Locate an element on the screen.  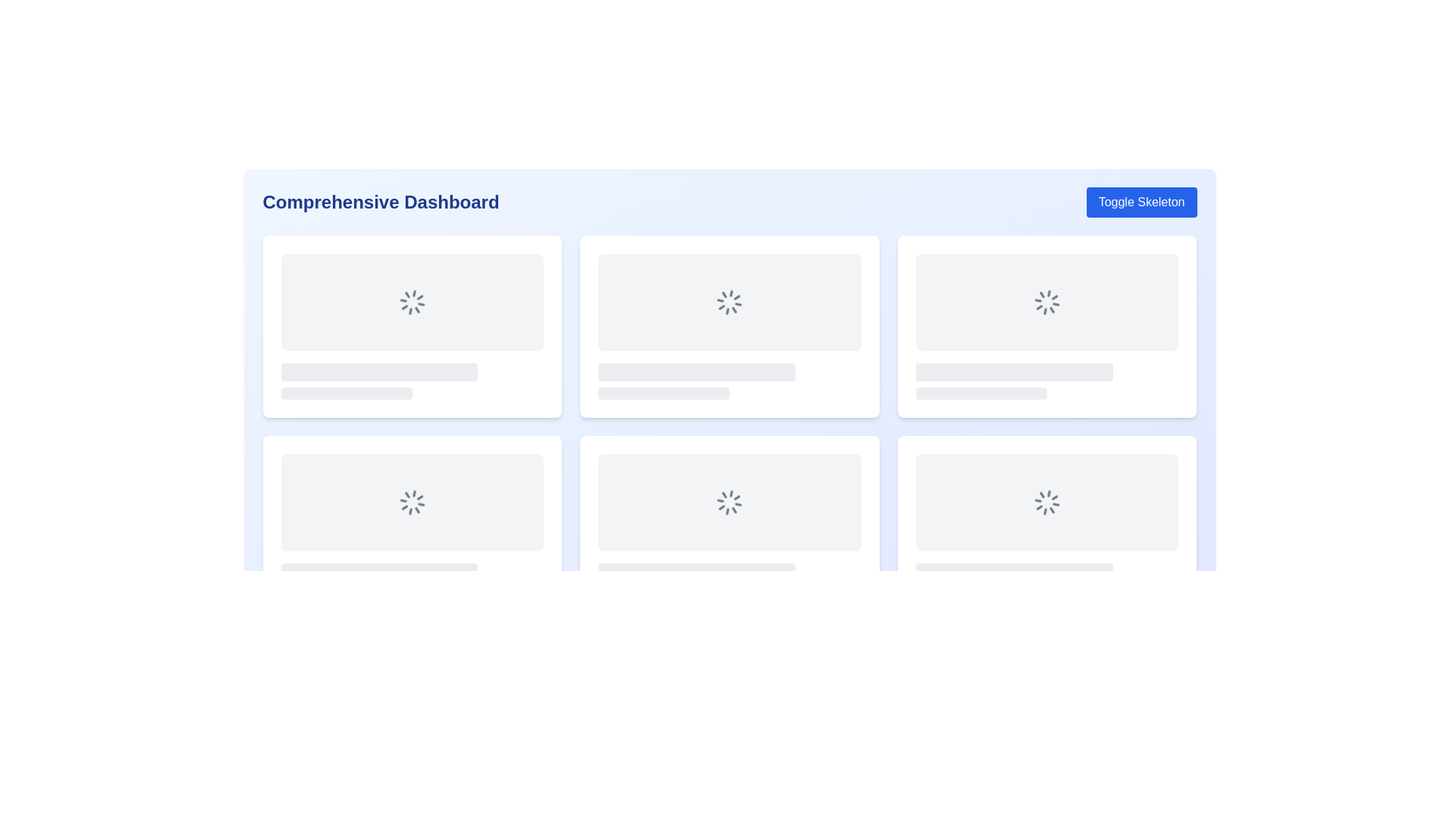
the placeholder card located in the bottom-left position of a grid arrangement, which includes a spinner and dummy content is located at coordinates (412, 526).